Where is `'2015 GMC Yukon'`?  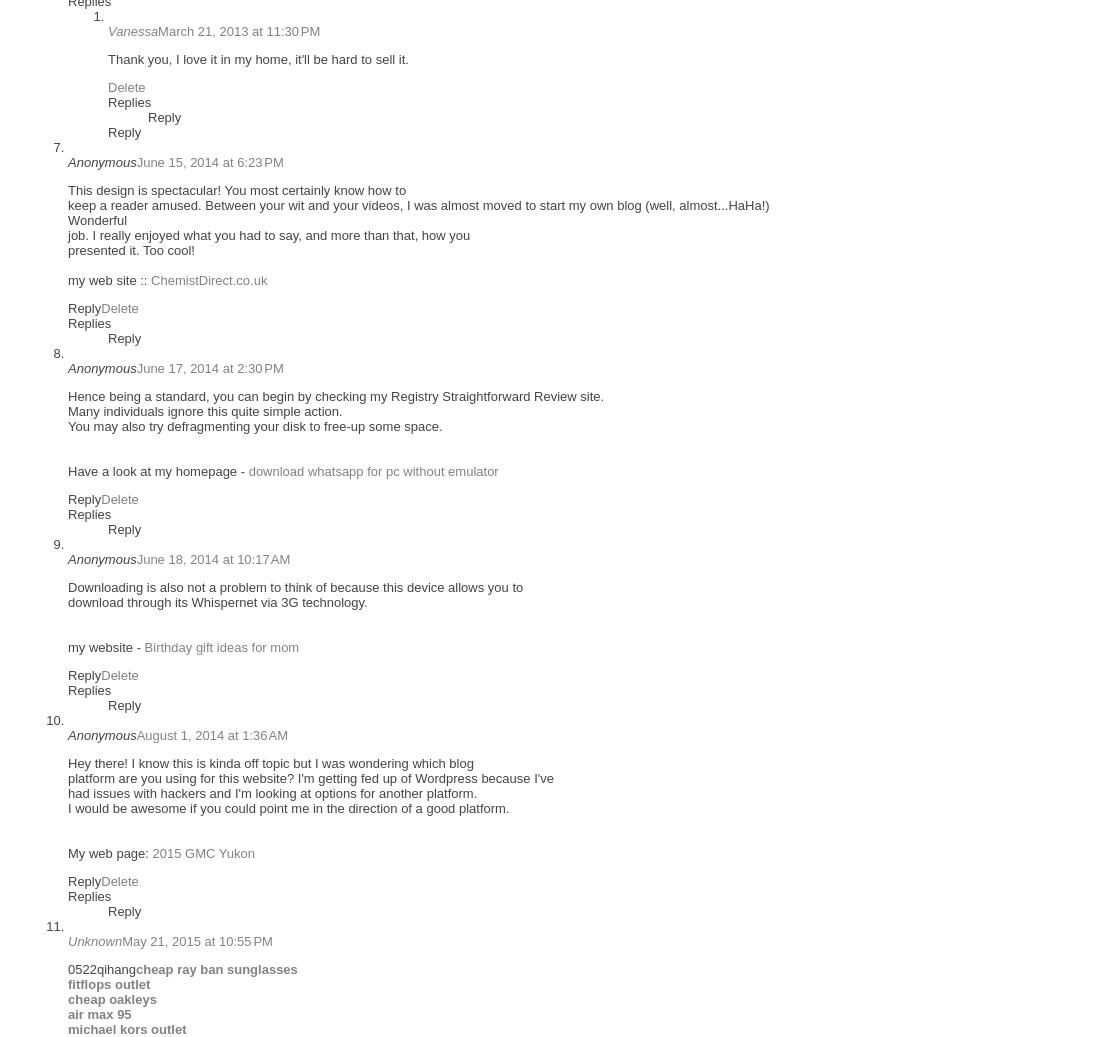 '2015 GMC Yukon' is located at coordinates (202, 853).